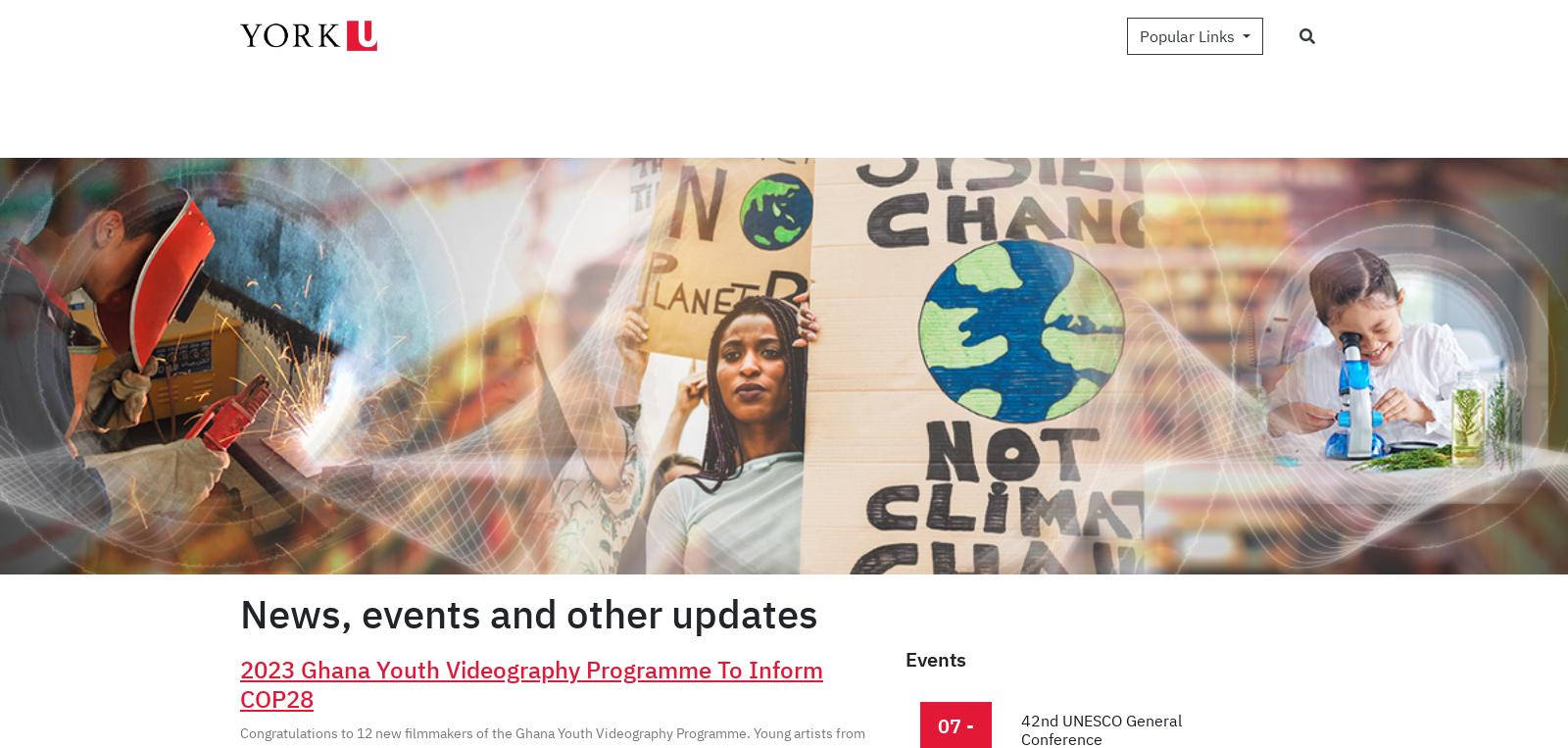 This screenshot has height=748, width=1568. What do you see at coordinates (1293, 66) in the screenshot?
I see `'Contact'` at bounding box center [1293, 66].